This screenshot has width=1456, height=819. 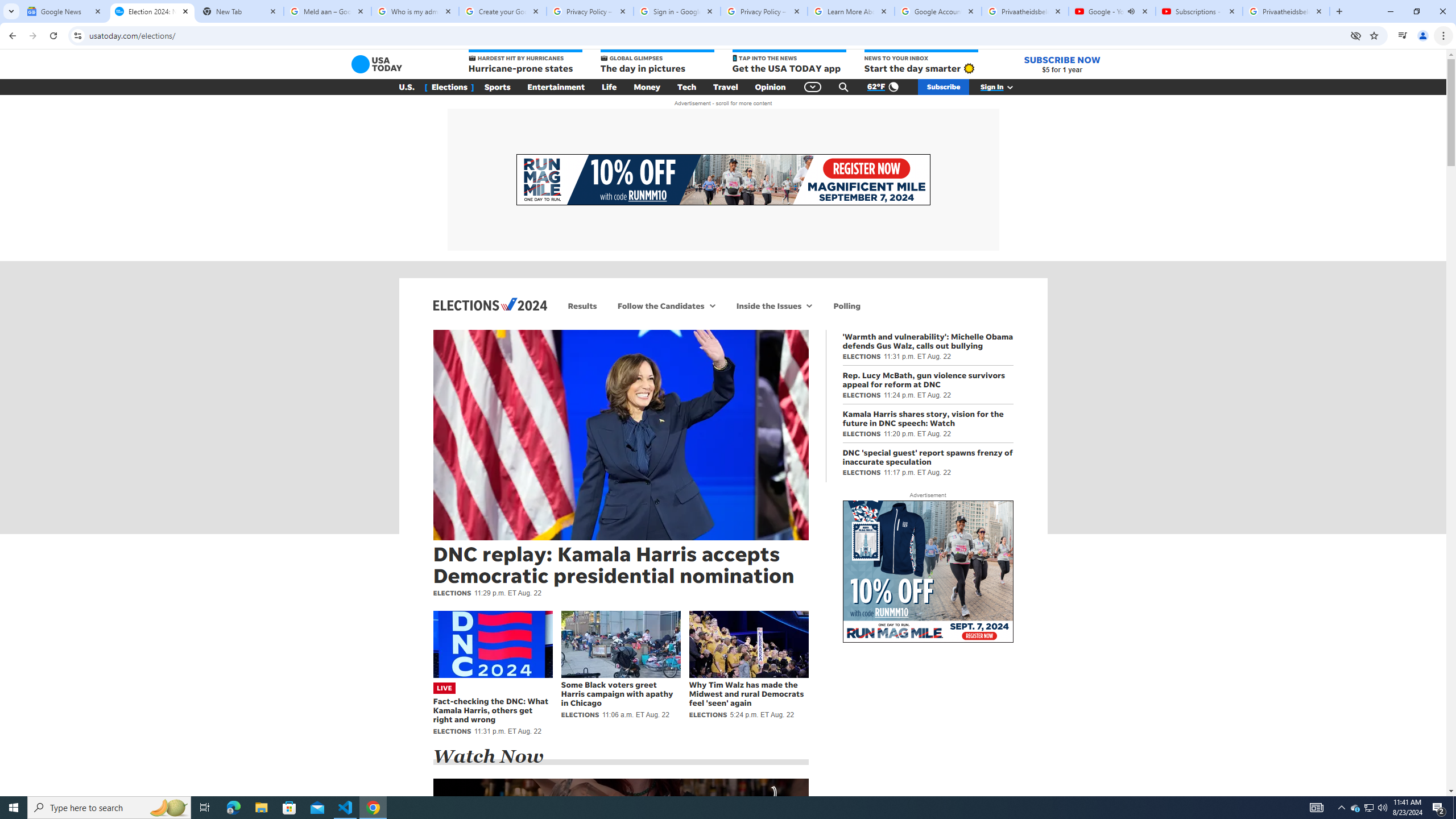 What do you see at coordinates (406, 87) in the screenshot?
I see `'U.S.'` at bounding box center [406, 87].